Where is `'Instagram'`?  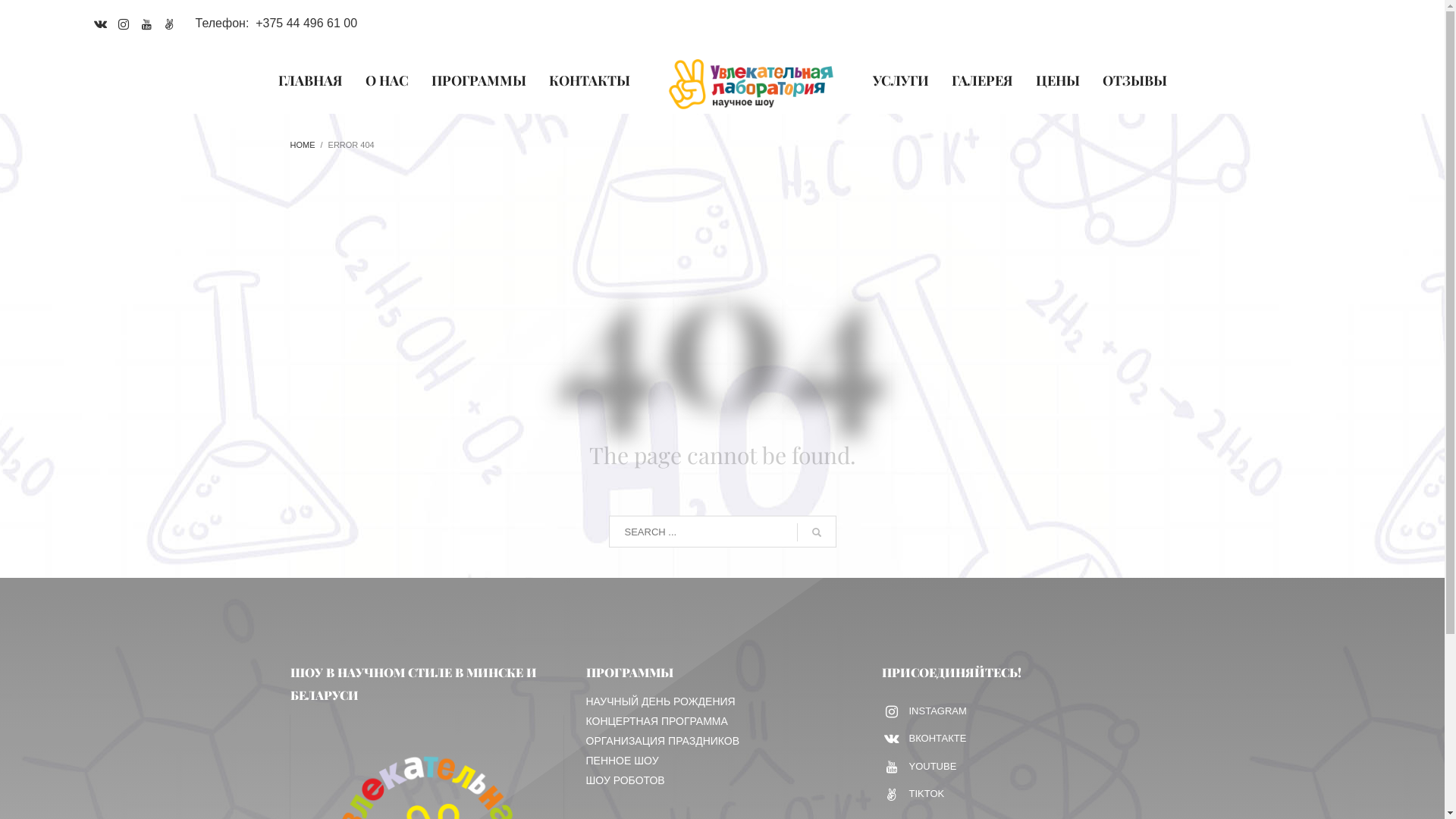
'Instagram' is located at coordinates (124, 23).